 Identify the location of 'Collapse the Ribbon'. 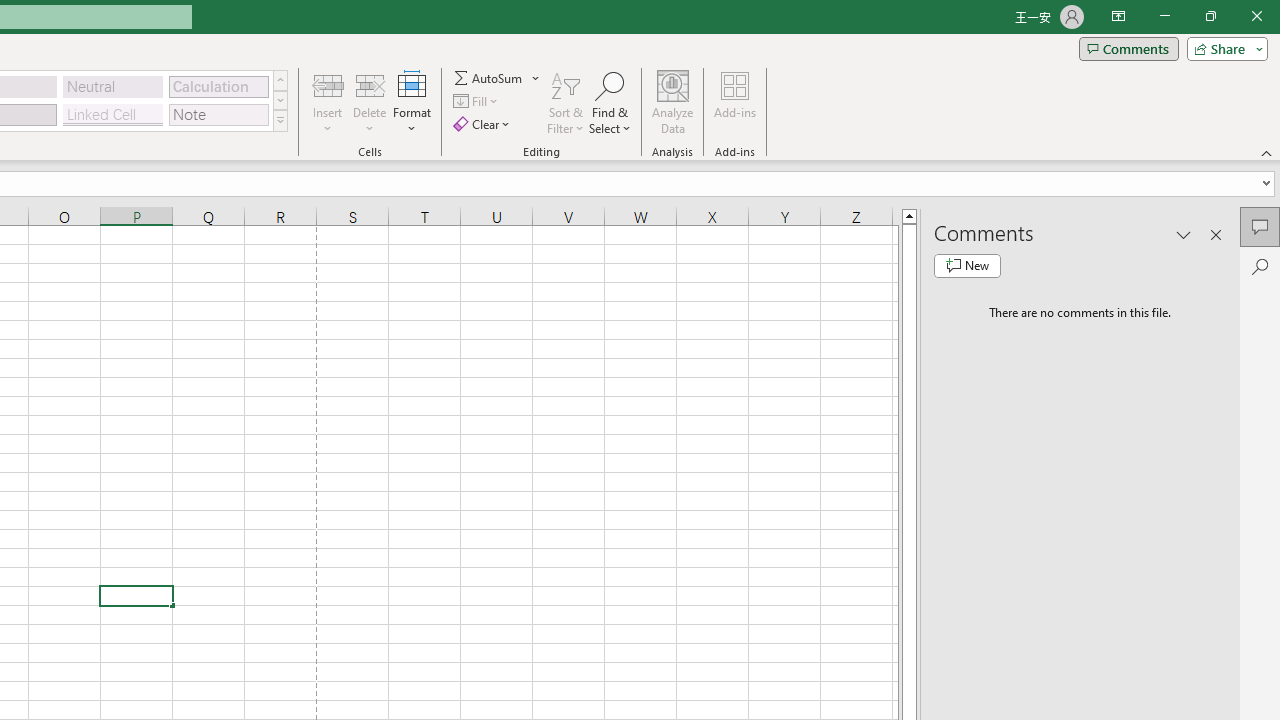
(1266, 152).